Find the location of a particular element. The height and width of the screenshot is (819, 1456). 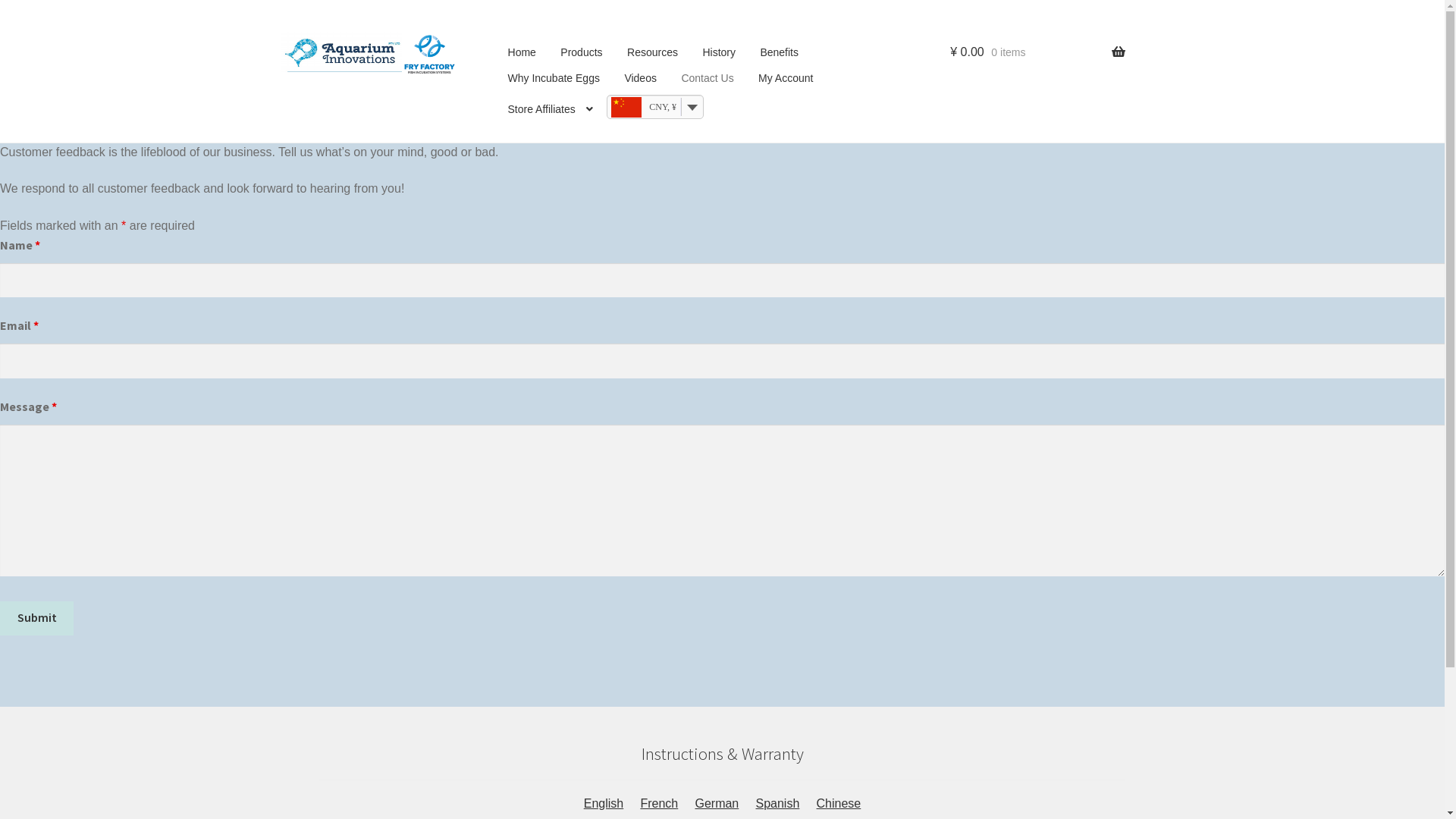

'Why Incubate Eggs' is located at coordinates (553, 82).